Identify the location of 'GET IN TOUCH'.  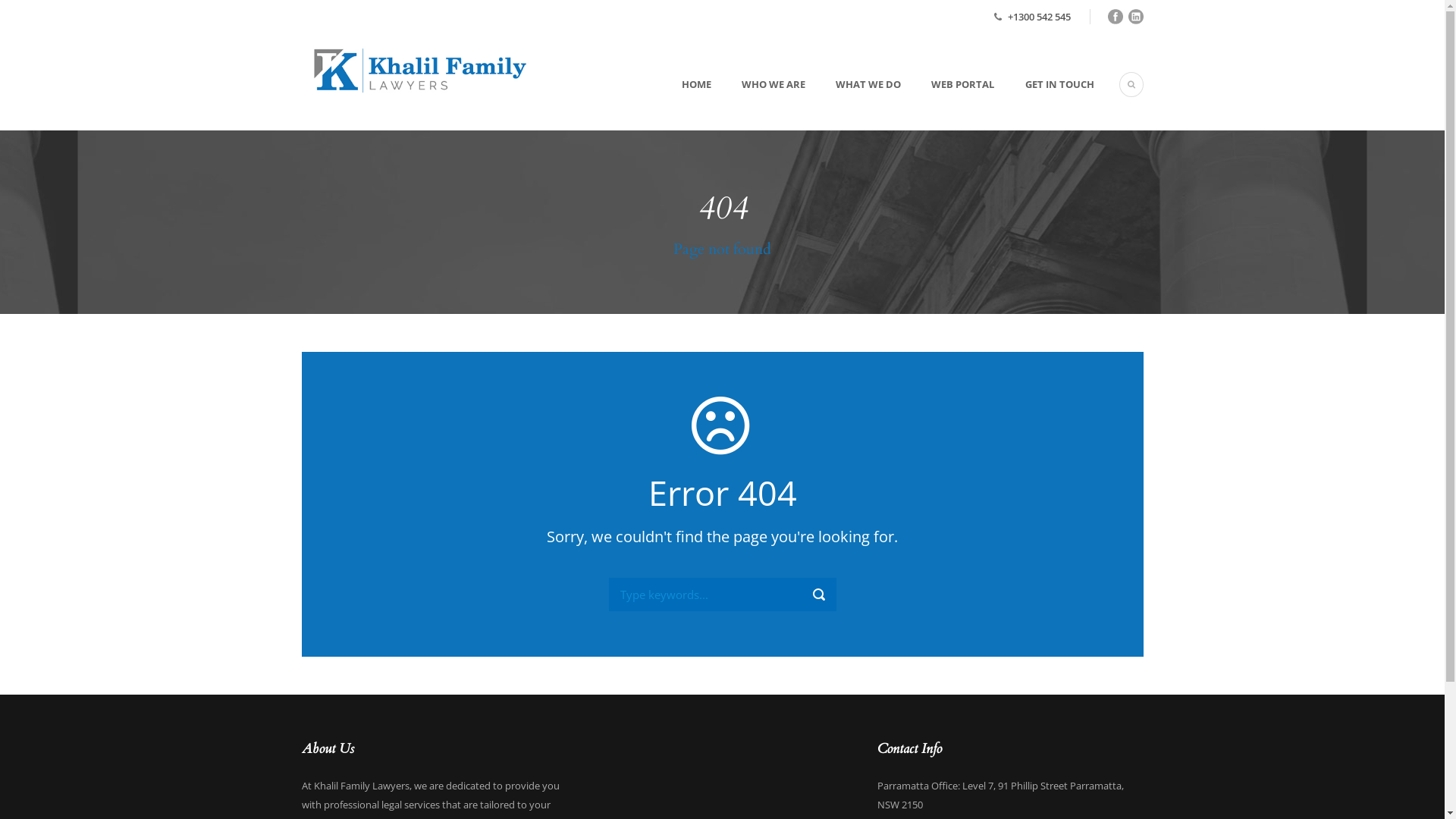
(1043, 102).